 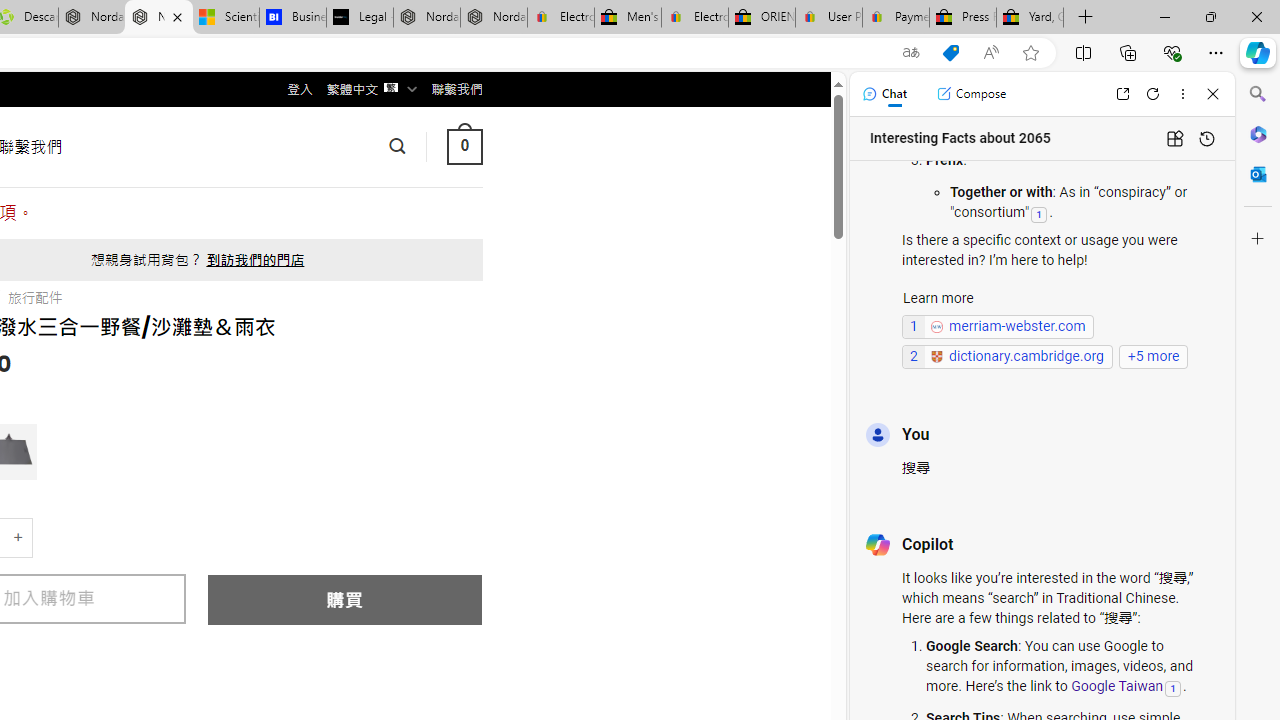 What do you see at coordinates (463, 145) in the screenshot?
I see `'  0  '` at bounding box center [463, 145].